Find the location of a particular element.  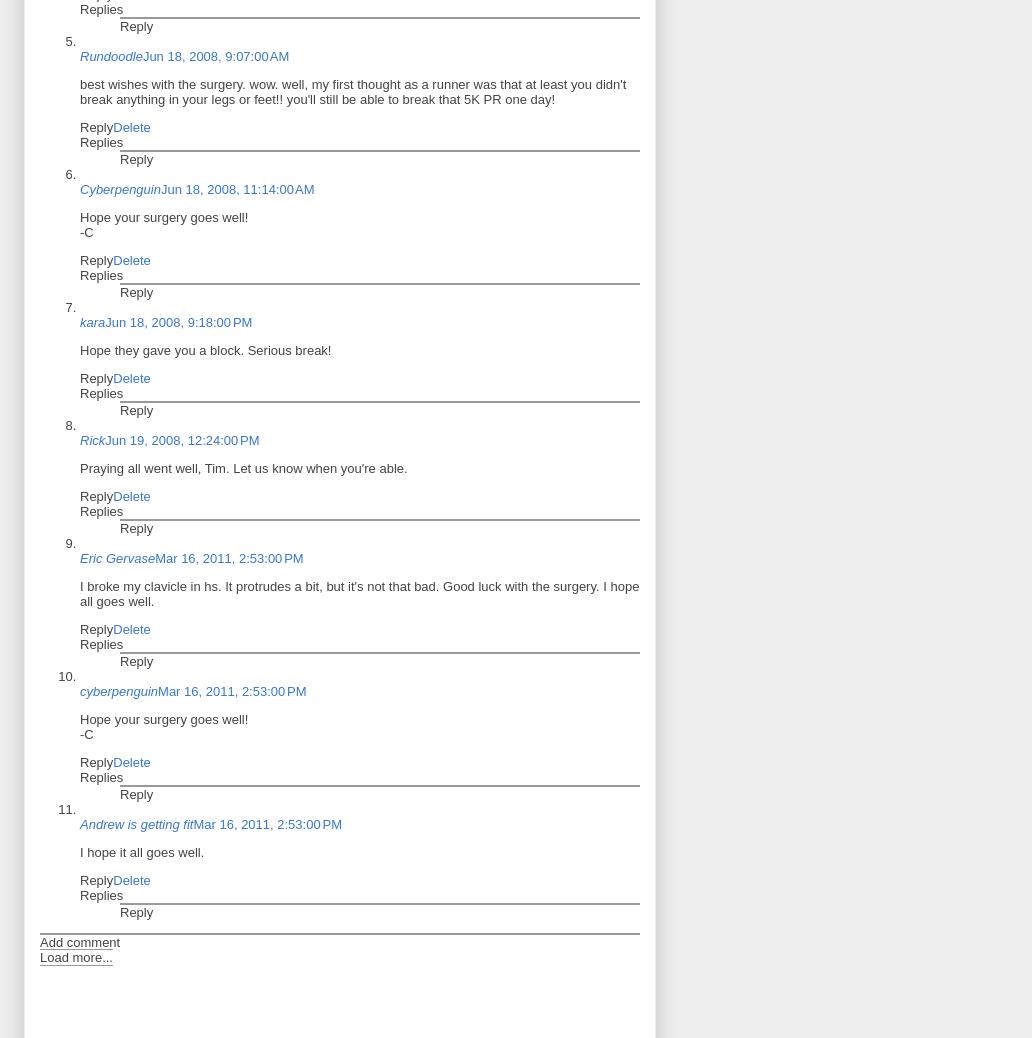

'Eric Gervase' is located at coordinates (79, 556).